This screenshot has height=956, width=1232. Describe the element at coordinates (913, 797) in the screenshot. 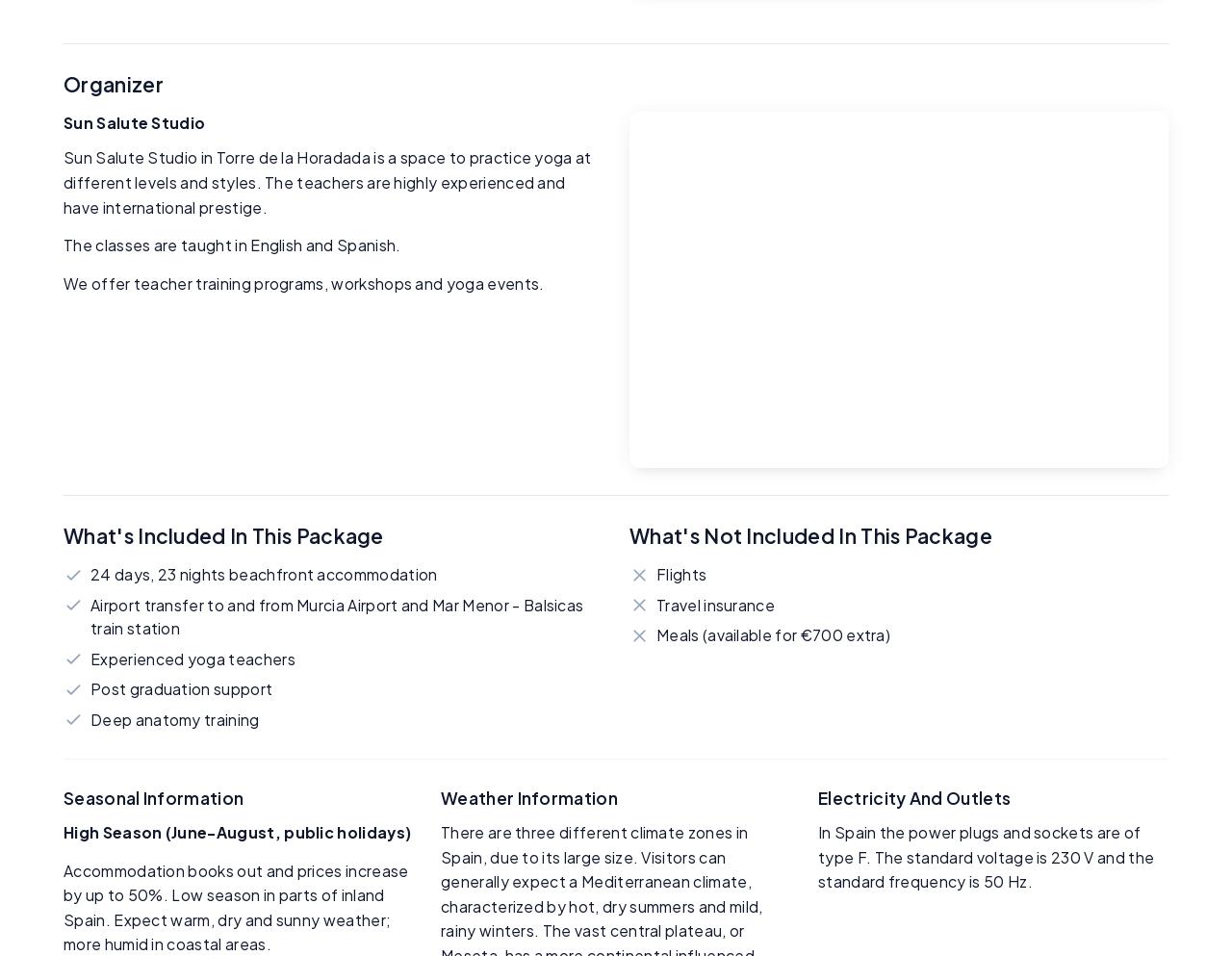

I see `'Electricity and outlets'` at that location.